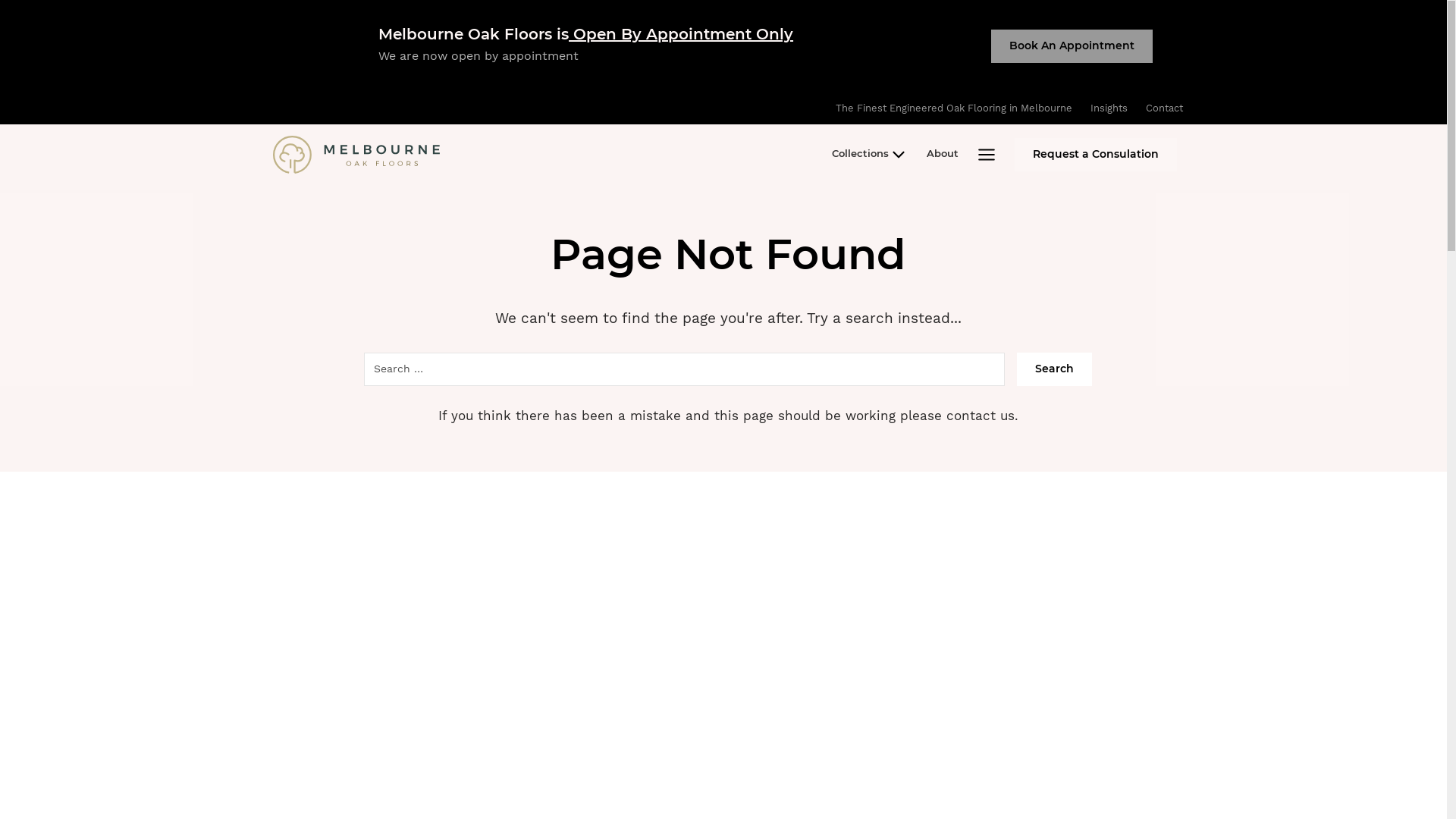 Image resolution: width=1456 pixels, height=819 pixels. I want to click on 'Request a Consulation', so click(1095, 155).